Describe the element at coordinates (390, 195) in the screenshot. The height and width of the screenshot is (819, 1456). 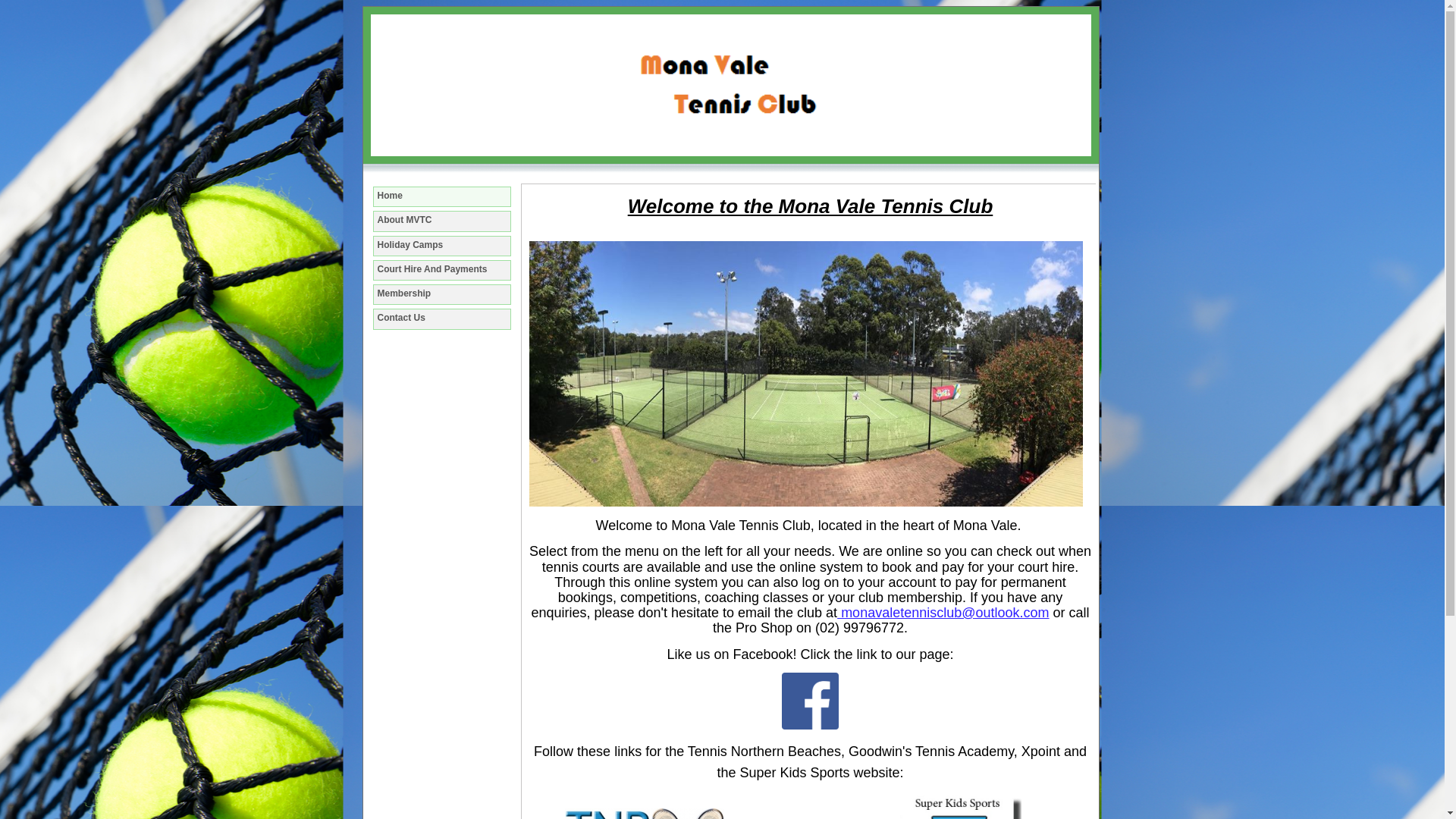
I see `'Home'` at that location.